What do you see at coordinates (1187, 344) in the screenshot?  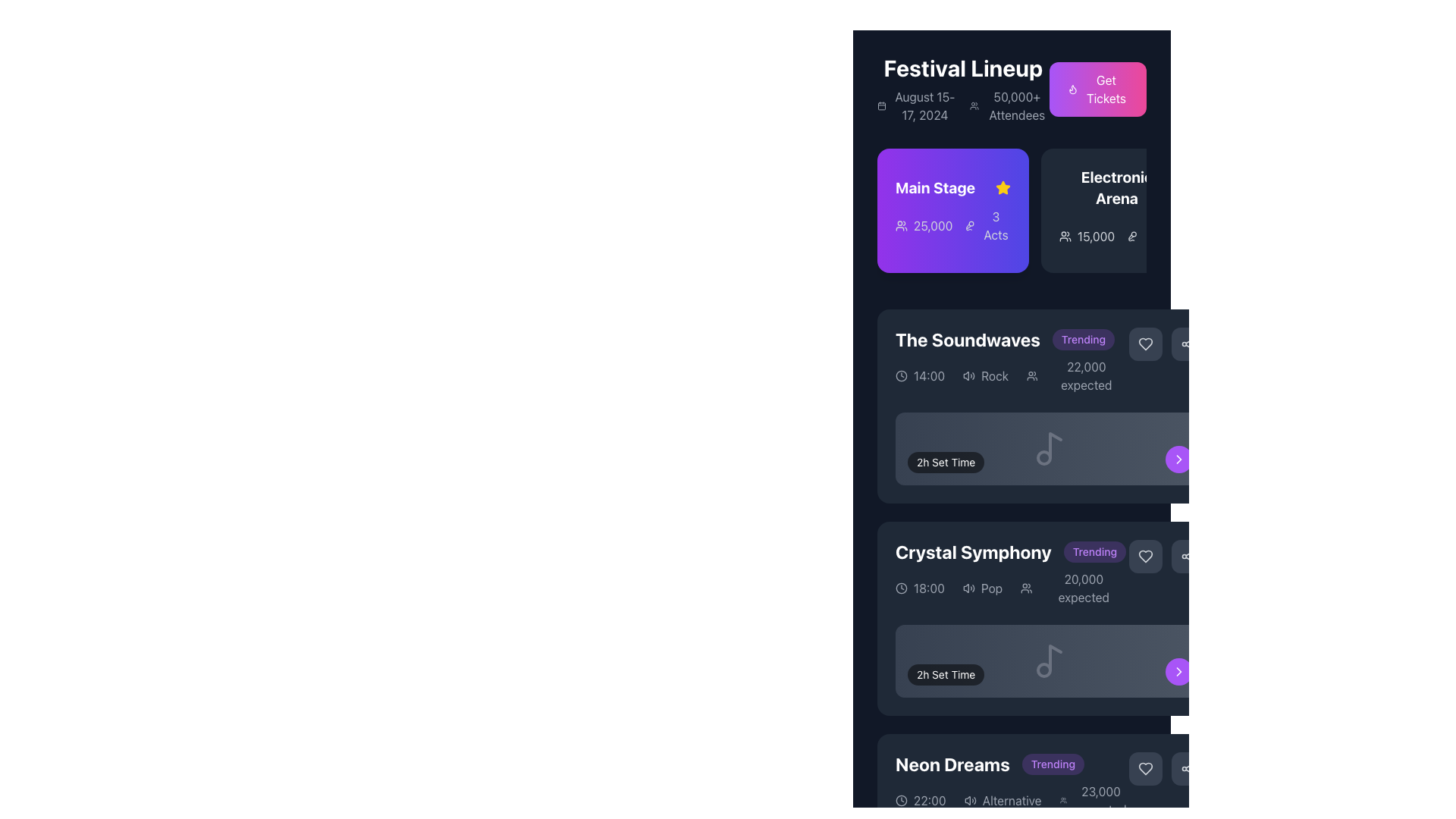 I see `the share button located to the right of 'The Soundwaves' section, which is the second button in the horizontal alignment of buttons` at bounding box center [1187, 344].